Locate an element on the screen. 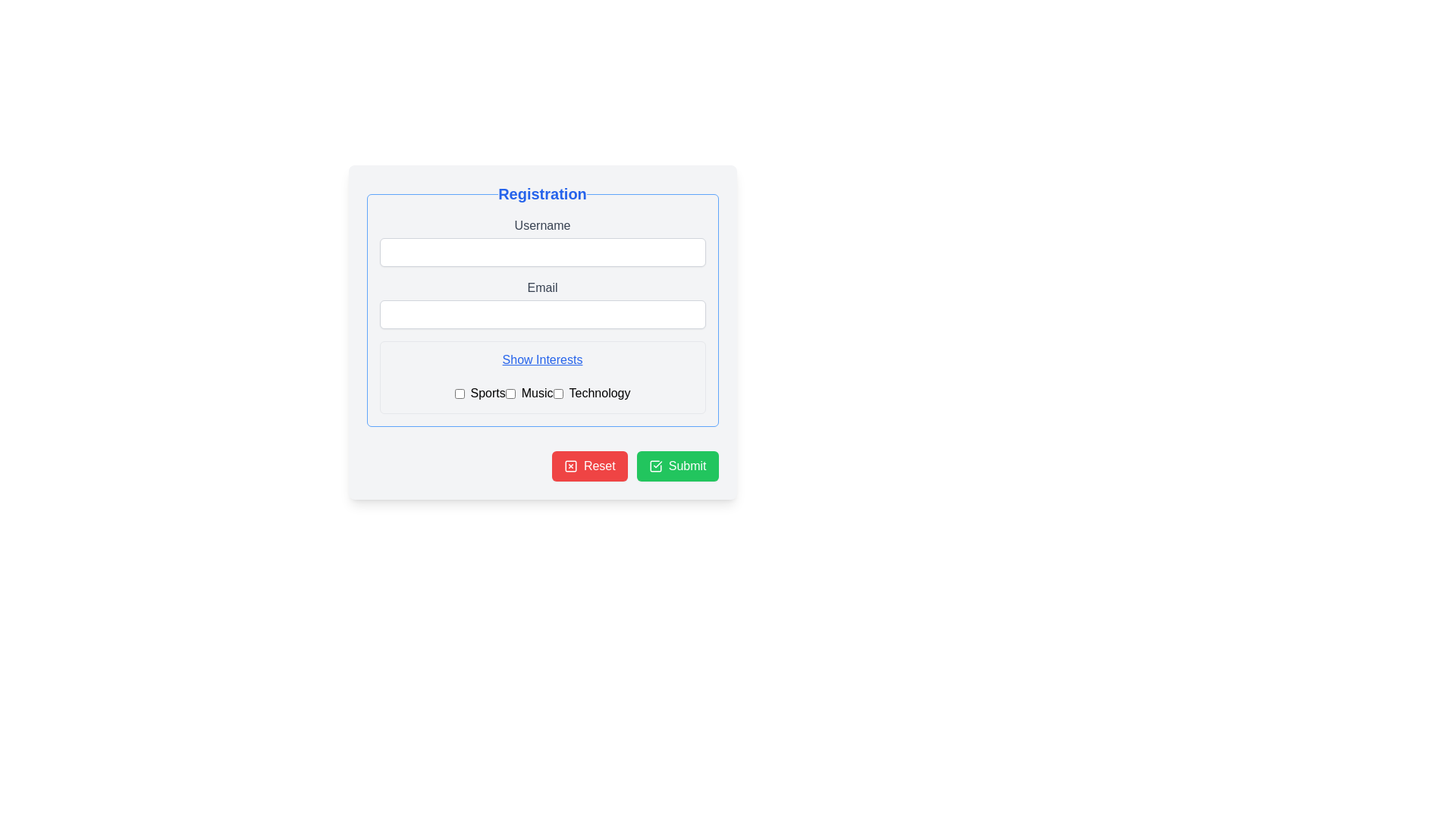 This screenshot has height=819, width=1456. label text associated with the 'Sports' interest checkbox, which is located to the right of the first checkbox in the horizontal group of interest checkboxes near the bottom of the registration form is located at coordinates (488, 393).